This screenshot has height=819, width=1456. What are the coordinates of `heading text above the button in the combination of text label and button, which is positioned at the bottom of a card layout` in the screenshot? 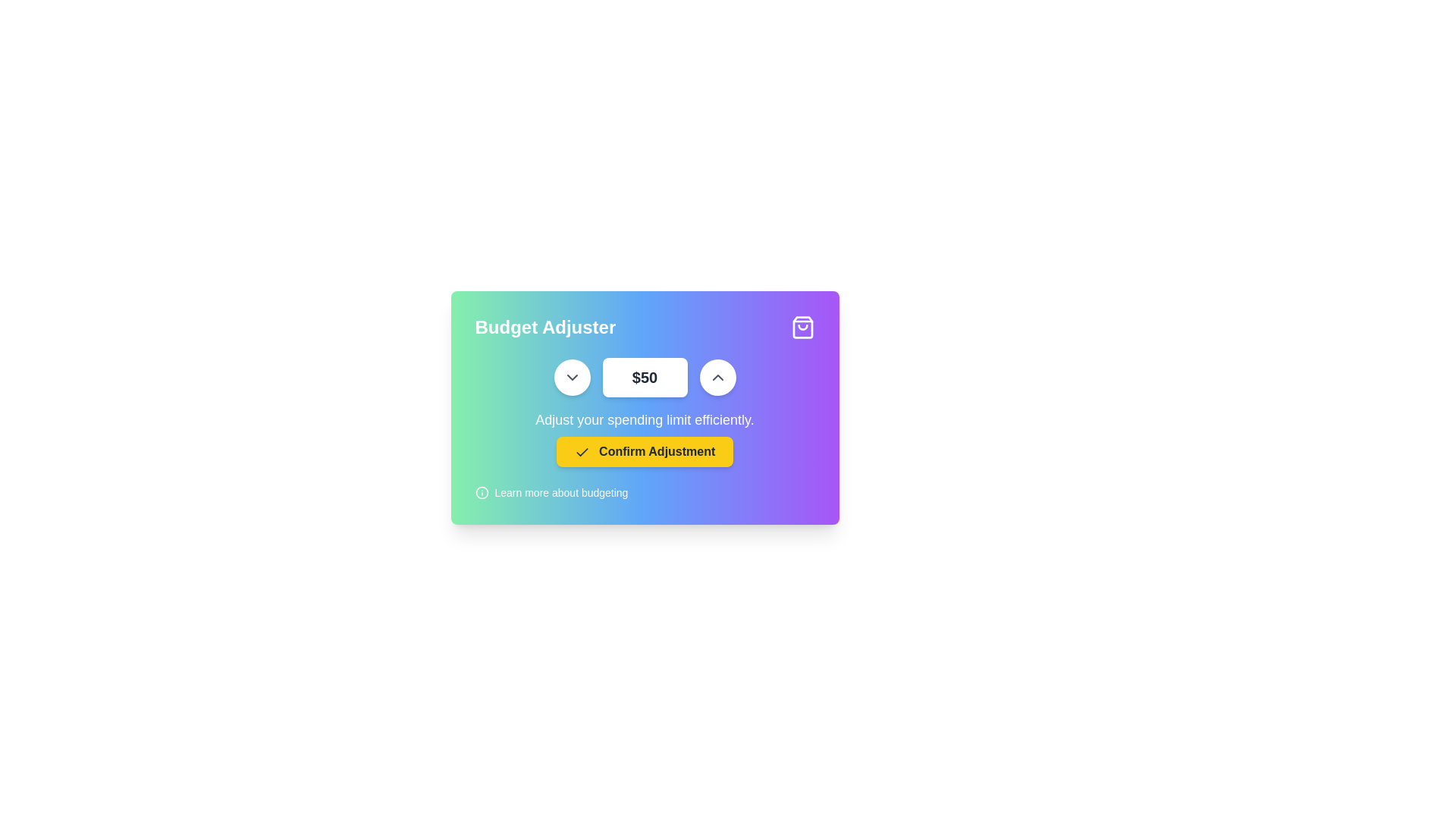 It's located at (645, 438).